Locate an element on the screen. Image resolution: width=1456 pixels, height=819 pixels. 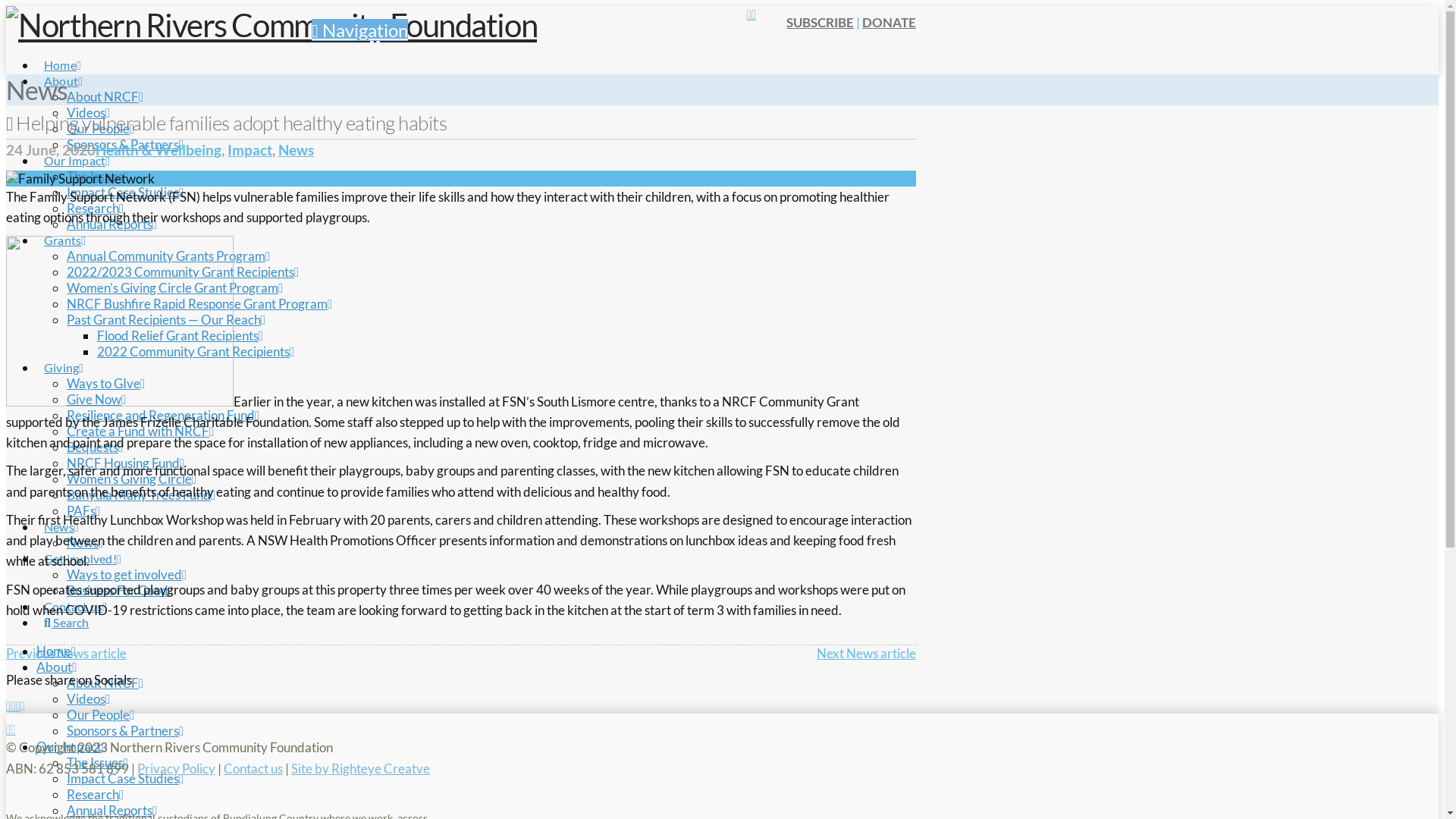
'Site by Righteye Creatve' is located at coordinates (359, 768).